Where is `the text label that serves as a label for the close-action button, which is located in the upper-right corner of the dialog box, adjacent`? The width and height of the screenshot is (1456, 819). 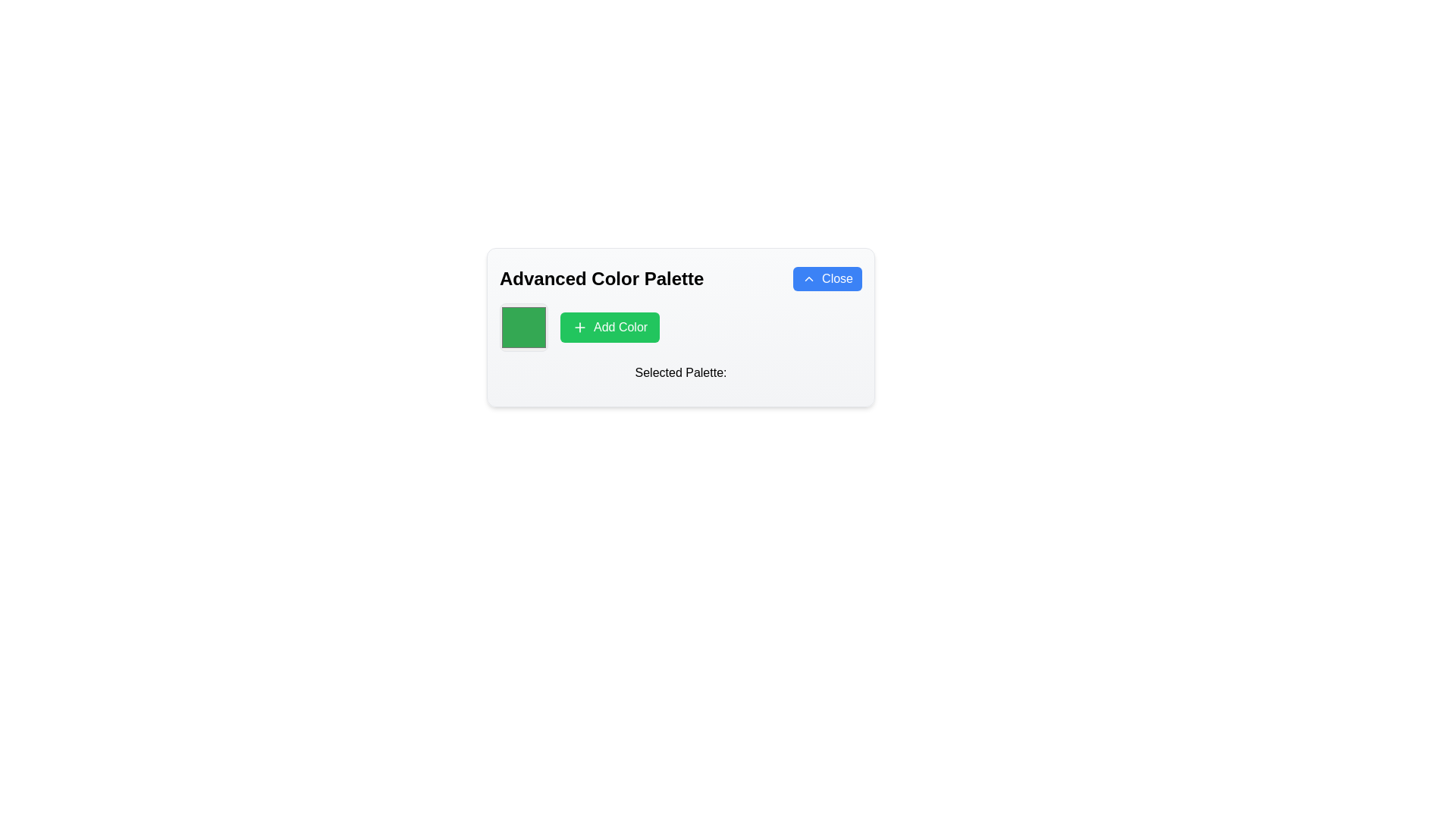
the text label that serves as a label for the close-action button, which is located in the upper-right corner of the dialog box, adjacent is located at coordinates (836, 278).